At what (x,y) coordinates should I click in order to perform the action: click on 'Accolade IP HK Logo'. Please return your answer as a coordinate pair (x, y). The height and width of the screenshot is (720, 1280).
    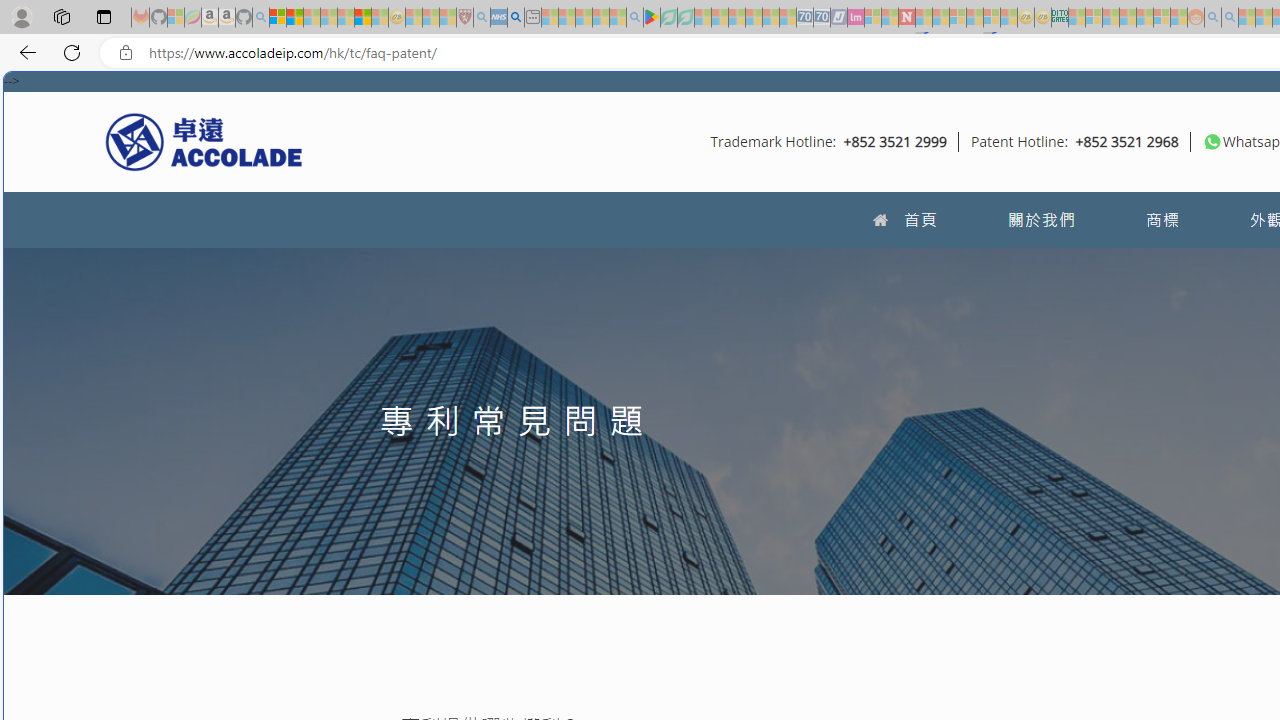
    Looking at the image, I should click on (204, 140).